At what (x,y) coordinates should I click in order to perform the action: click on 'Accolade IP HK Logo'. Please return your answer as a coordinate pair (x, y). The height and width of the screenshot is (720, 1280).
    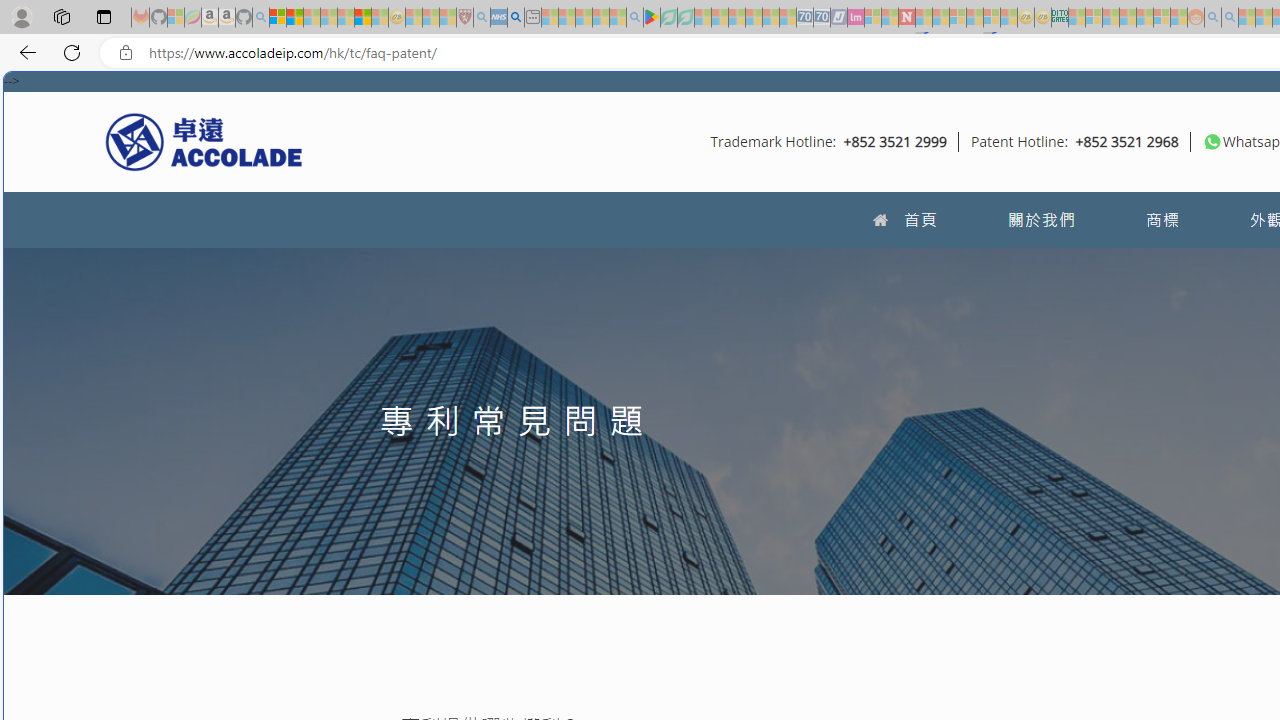
    Looking at the image, I should click on (204, 140).